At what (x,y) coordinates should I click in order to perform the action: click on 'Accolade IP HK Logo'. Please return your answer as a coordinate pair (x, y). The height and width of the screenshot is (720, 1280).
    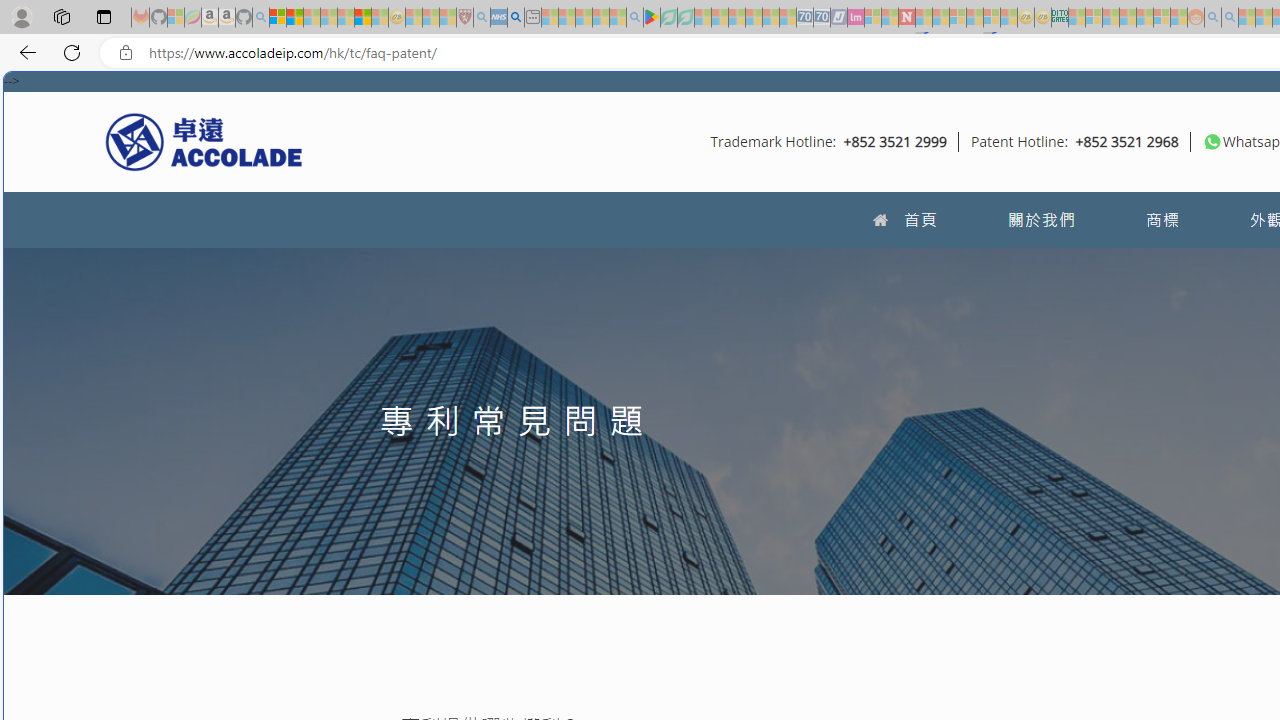
    Looking at the image, I should click on (204, 140).